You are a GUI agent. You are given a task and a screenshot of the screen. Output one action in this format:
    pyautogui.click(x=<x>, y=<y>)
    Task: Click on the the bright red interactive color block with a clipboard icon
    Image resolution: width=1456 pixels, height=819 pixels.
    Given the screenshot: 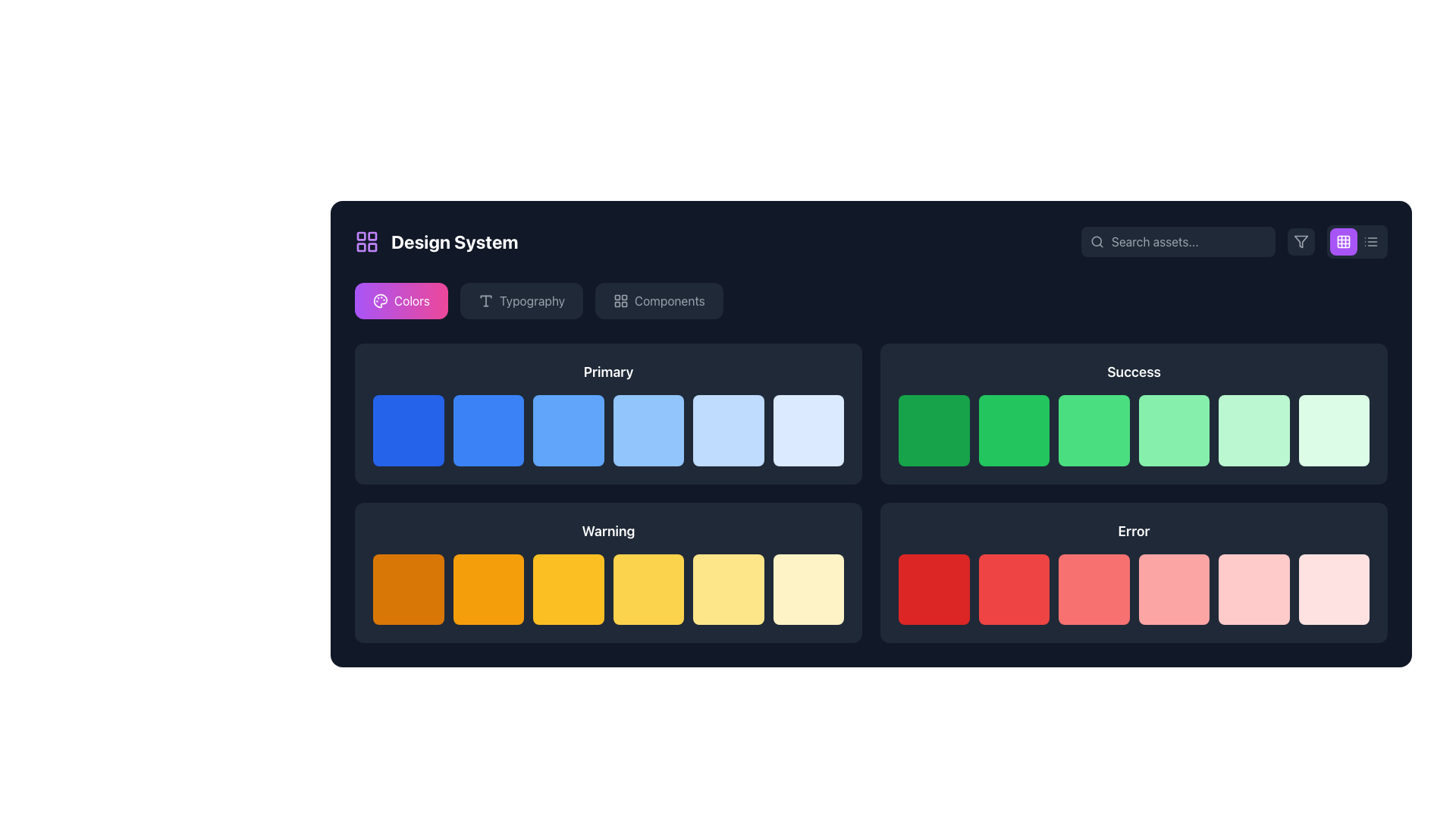 What is the action you would take?
    pyautogui.click(x=933, y=588)
    